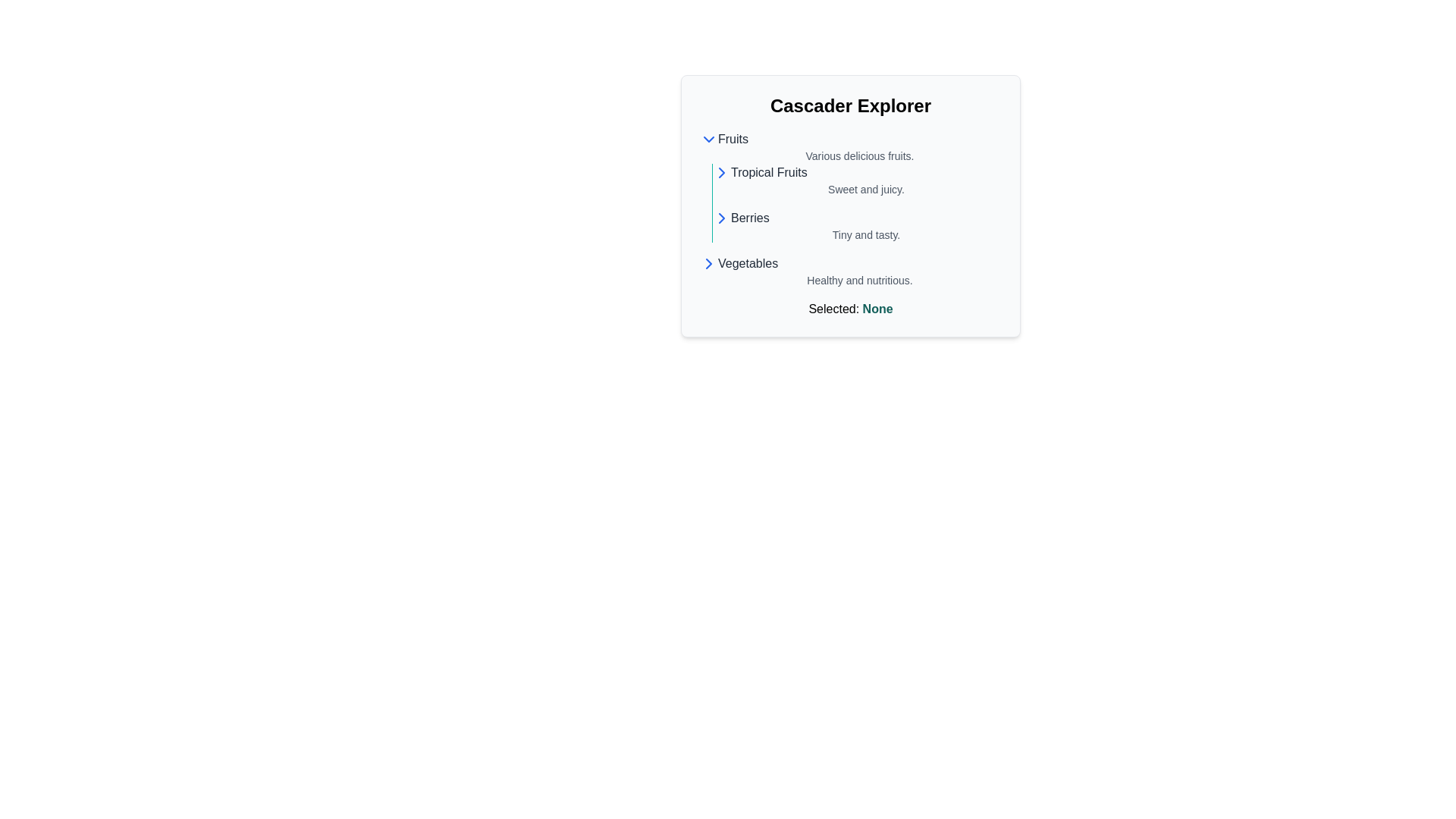 This screenshot has height=819, width=1456. Describe the element at coordinates (720, 171) in the screenshot. I see `the right-facing chevron icon located to the left of the 'Tropical Fruits' text` at that location.